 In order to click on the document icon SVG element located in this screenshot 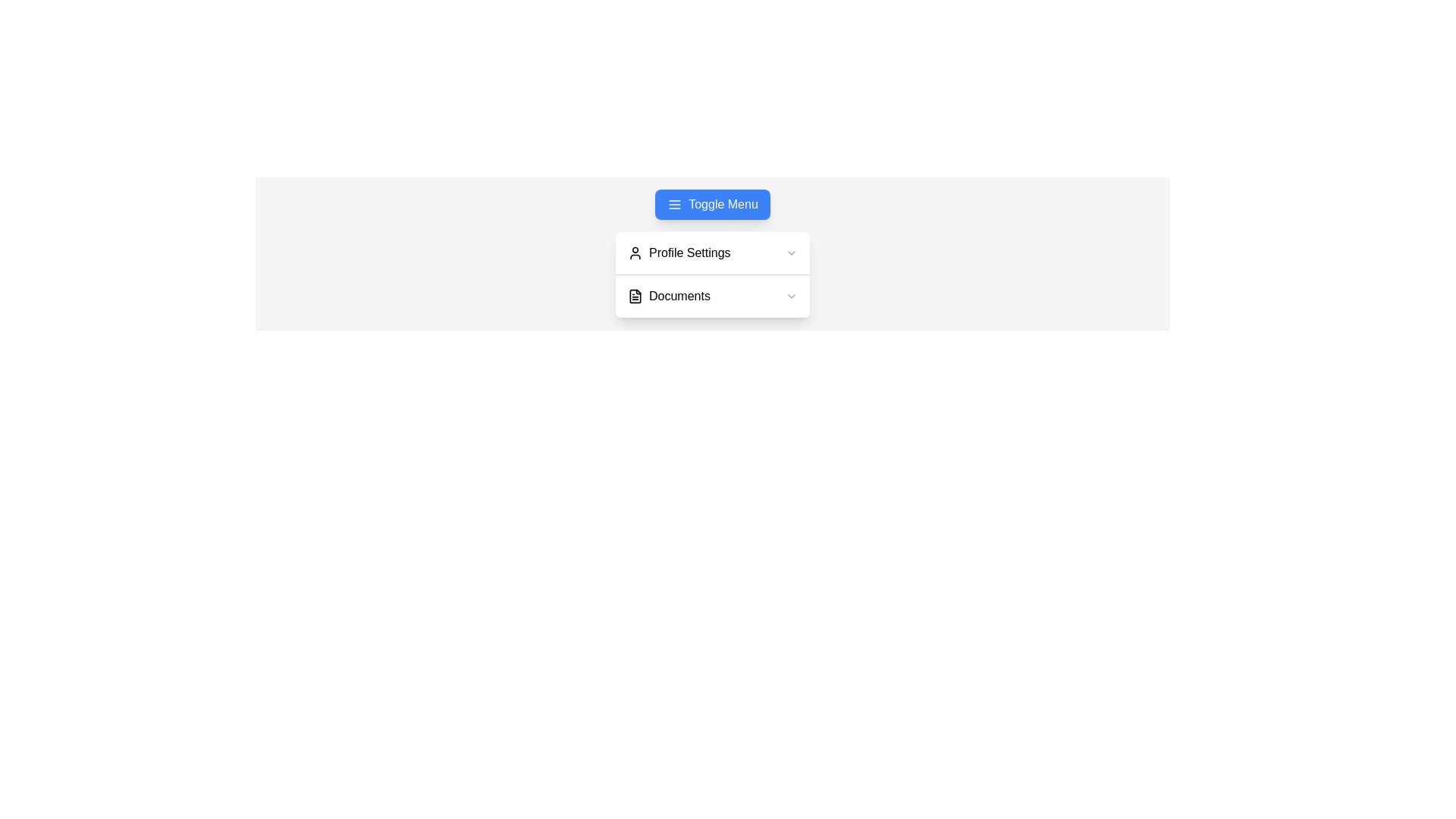, I will do `click(635, 296)`.